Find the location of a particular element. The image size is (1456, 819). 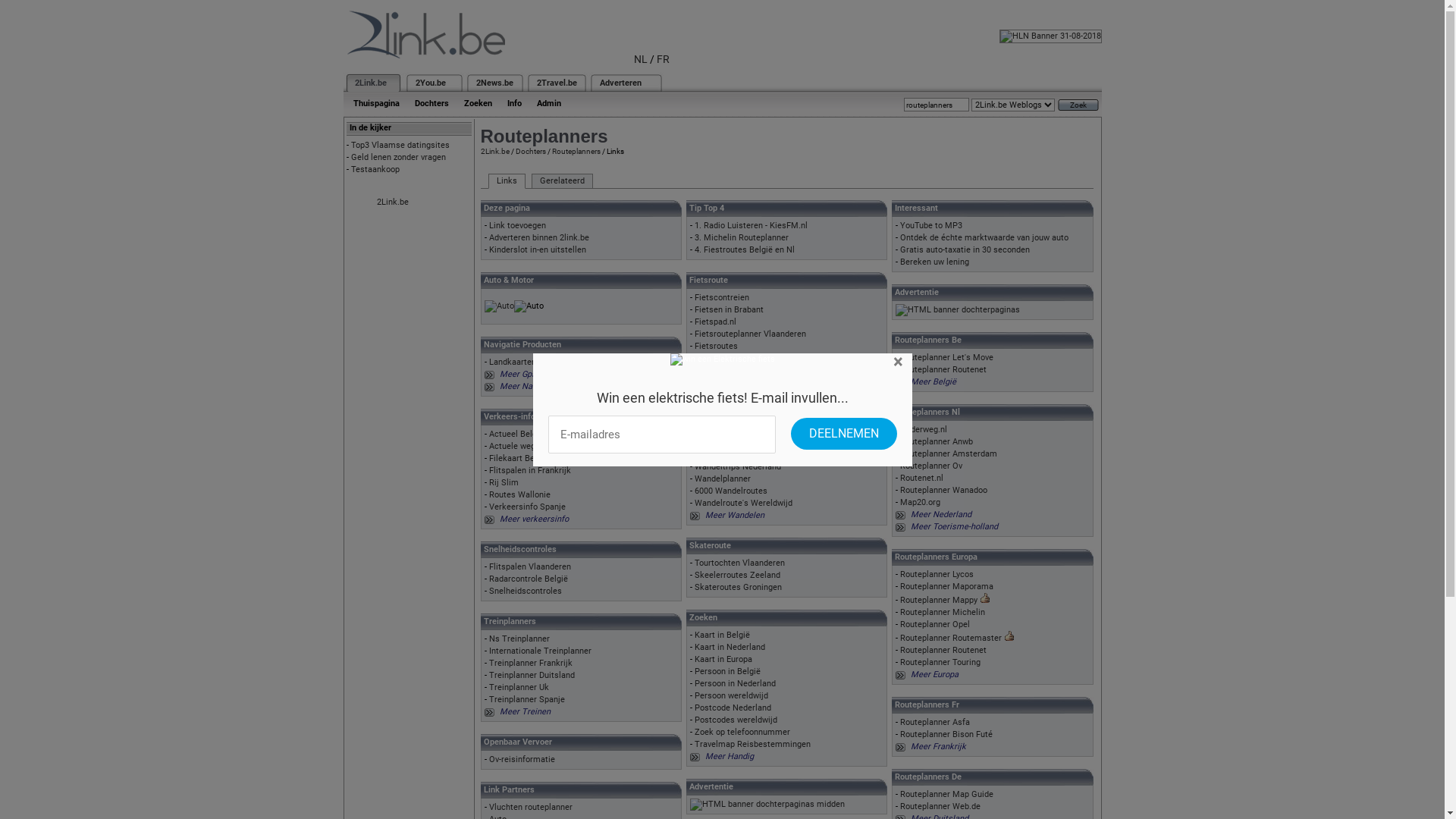

'FR' is located at coordinates (663, 58).